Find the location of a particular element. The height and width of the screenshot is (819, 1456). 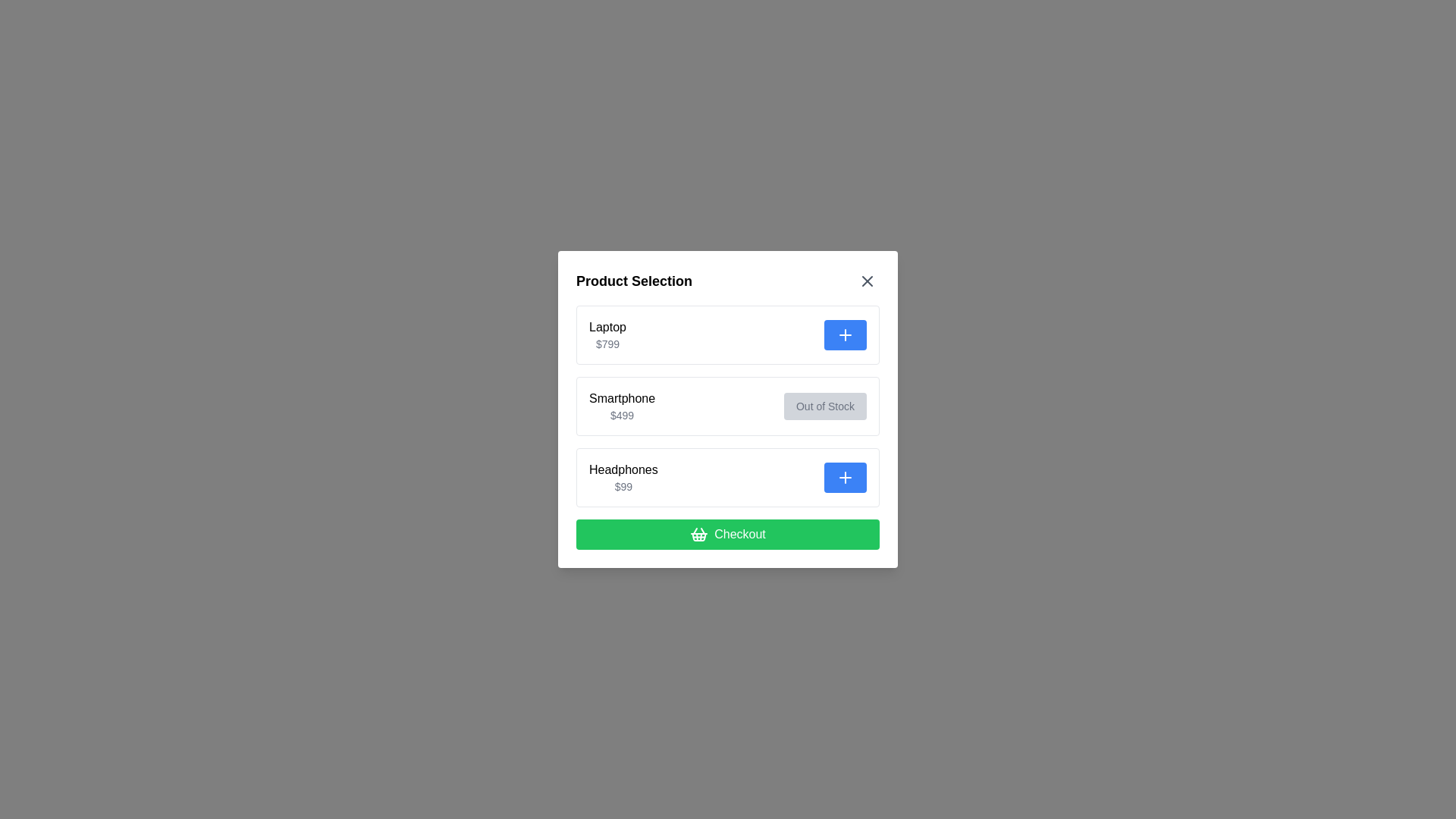

the 'Checkout' button to proceed is located at coordinates (728, 534).